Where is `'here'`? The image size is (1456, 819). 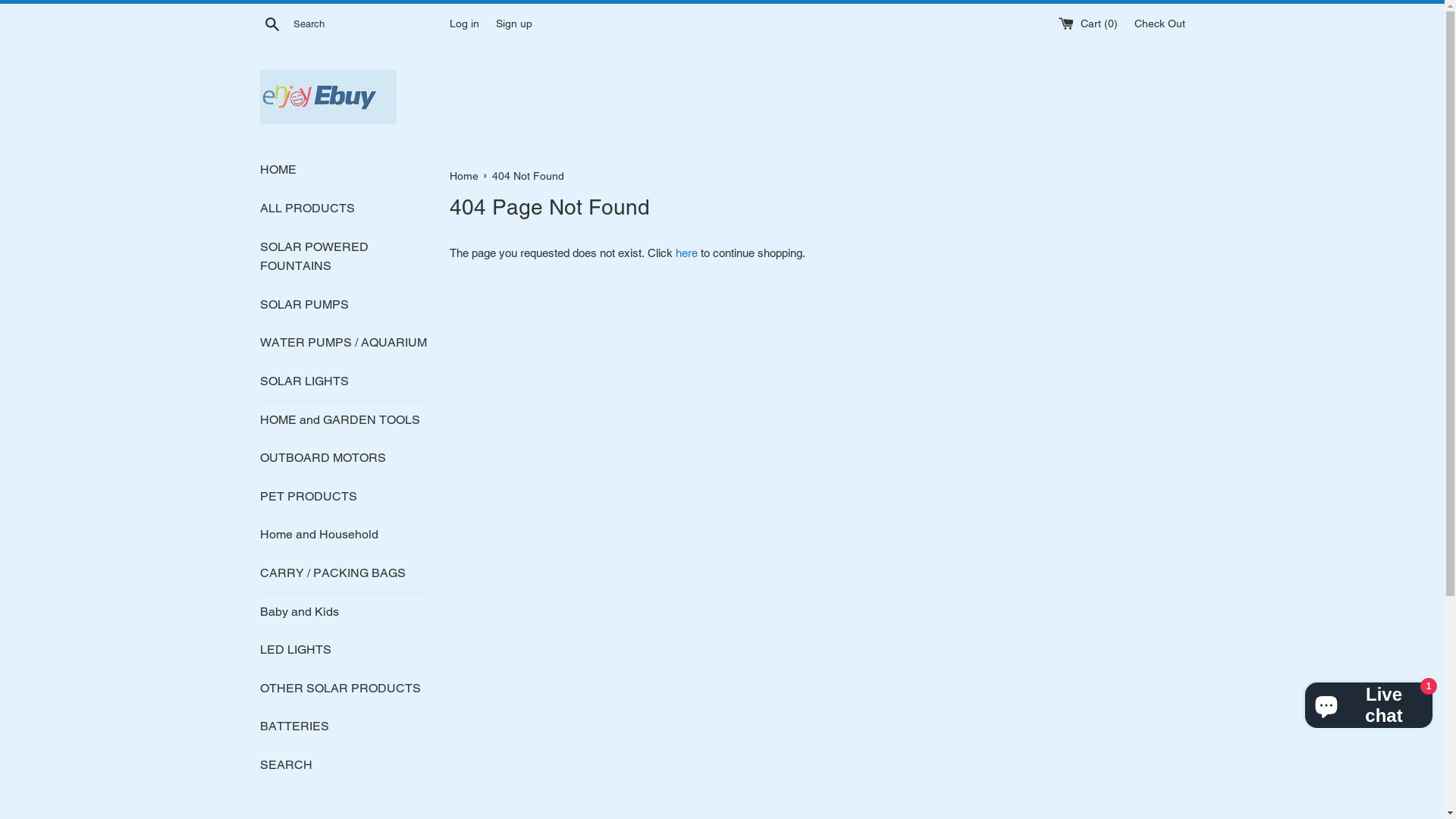
'here' is located at coordinates (685, 252).